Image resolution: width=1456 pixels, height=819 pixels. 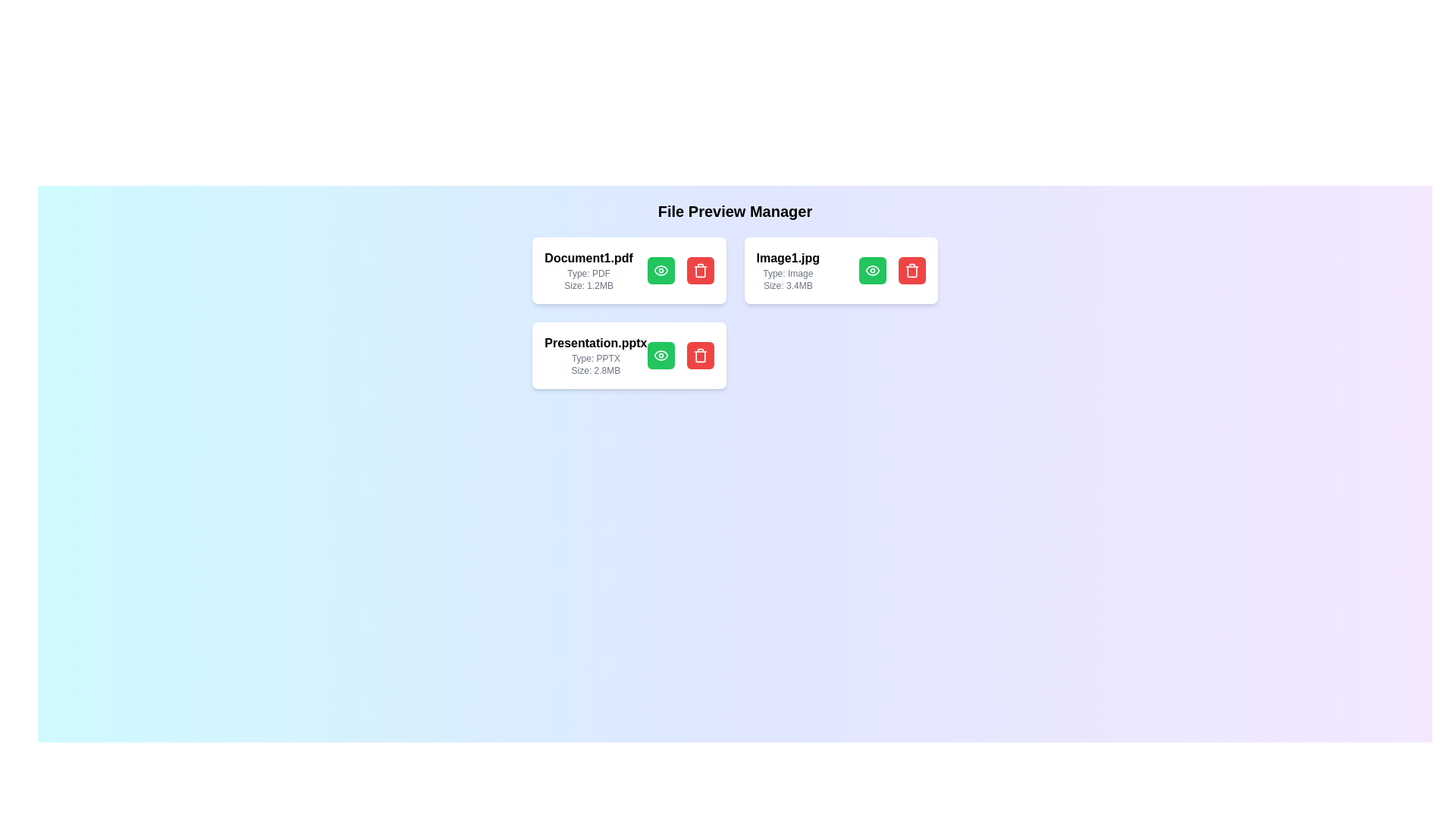 I want to click on the text label displaying 'Size: 3.4MB' located beneath the file 'Image1.jpg', so click(x=788, y=286).